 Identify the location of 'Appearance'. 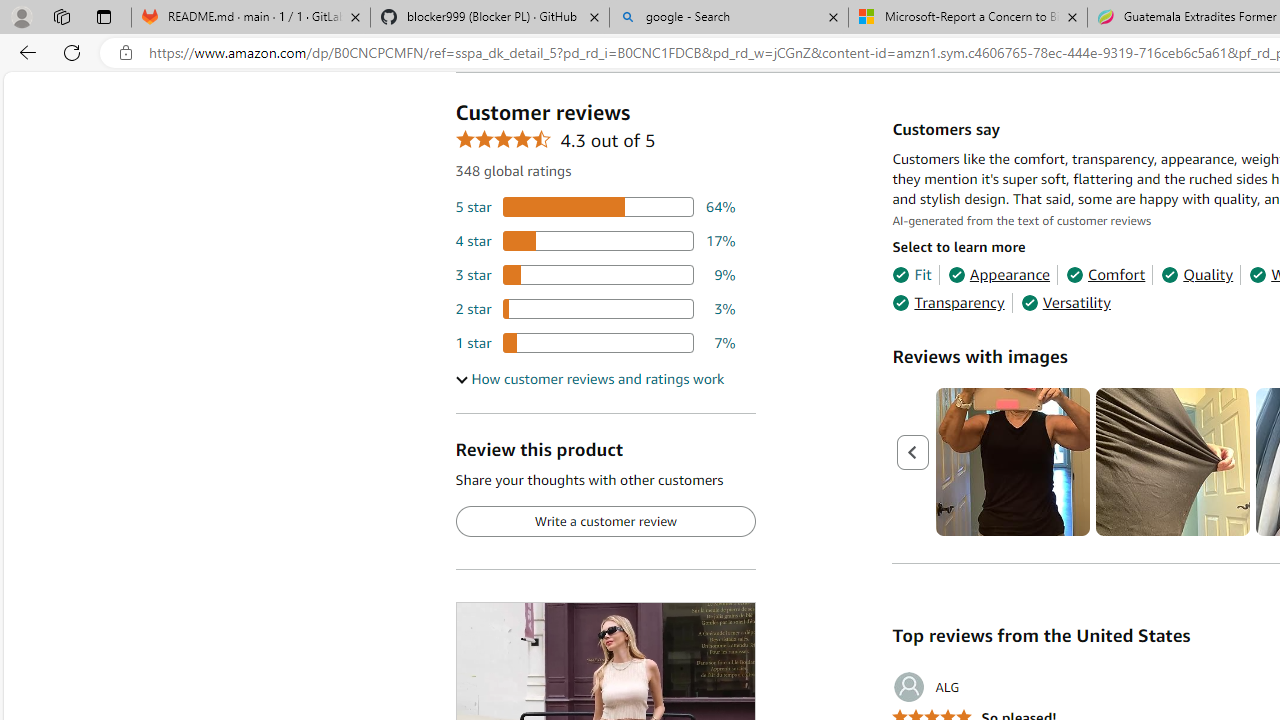
(999, 275).